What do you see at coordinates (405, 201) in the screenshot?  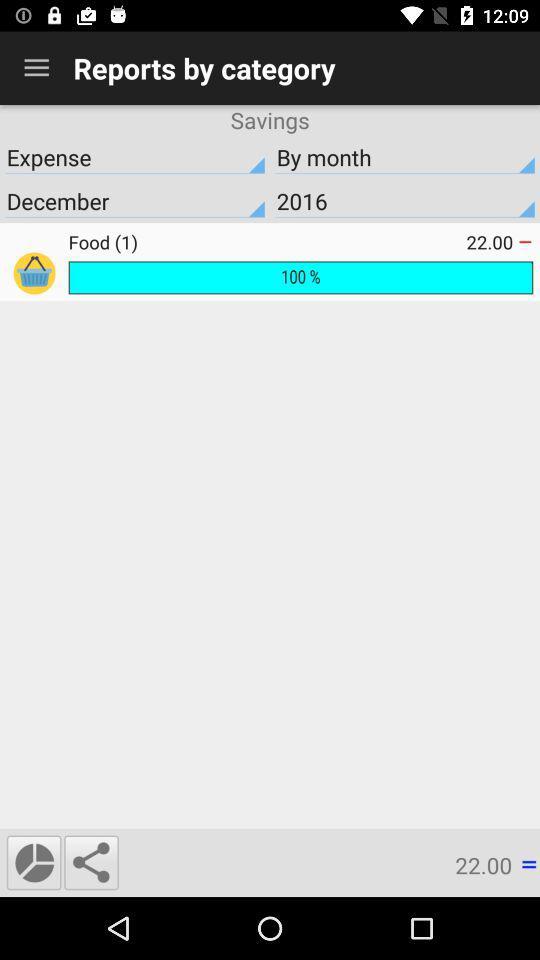 I see `item below the expense icon` at bounding box center [405, 201].